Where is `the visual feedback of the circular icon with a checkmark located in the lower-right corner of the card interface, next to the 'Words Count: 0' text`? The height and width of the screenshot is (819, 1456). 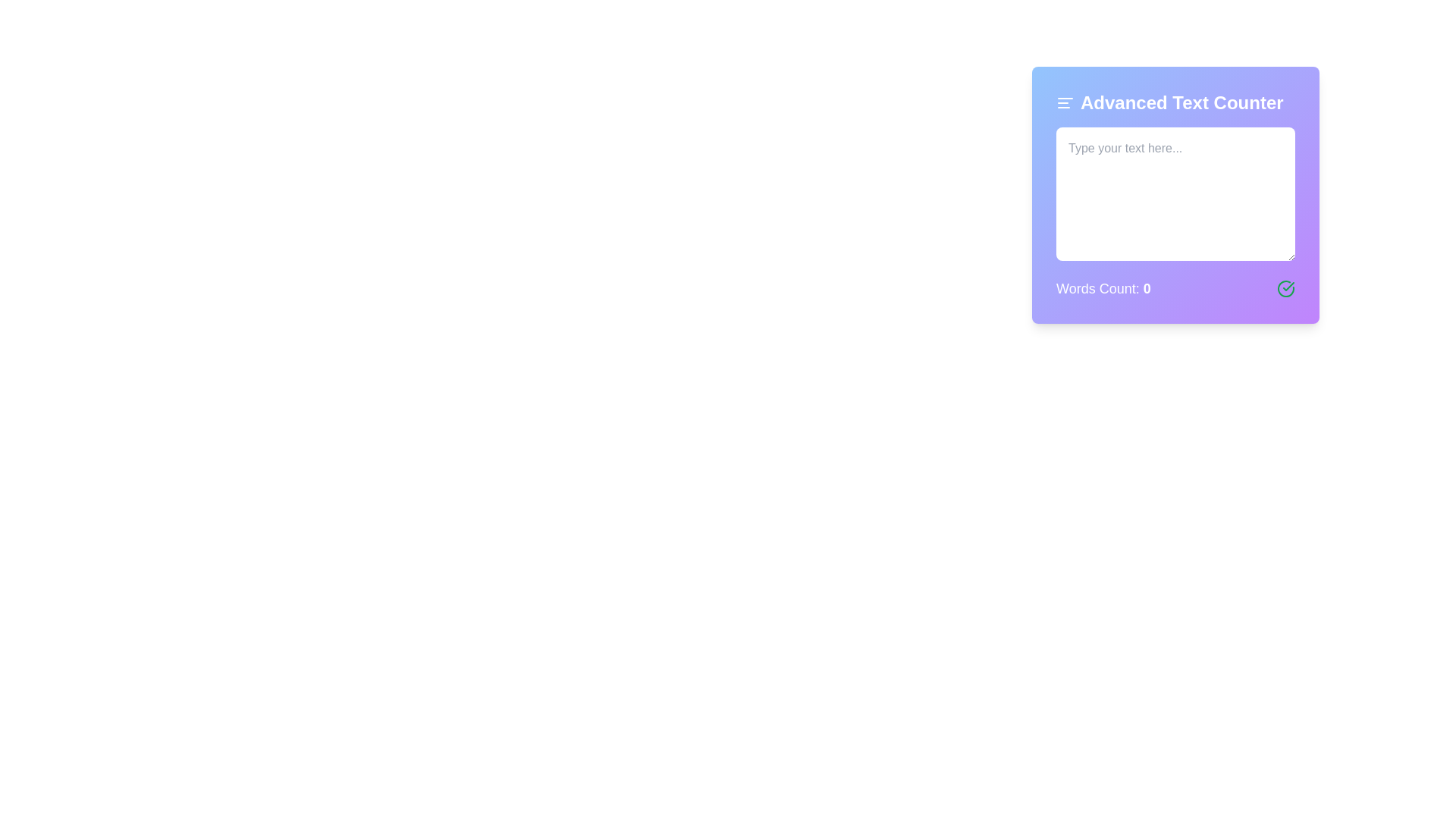 the visual feedback of the circular icon with a checkmark located in the lower-right corner of the card interface, next to the 'Words Count: 0' text is located at coordinates (1285, 289).